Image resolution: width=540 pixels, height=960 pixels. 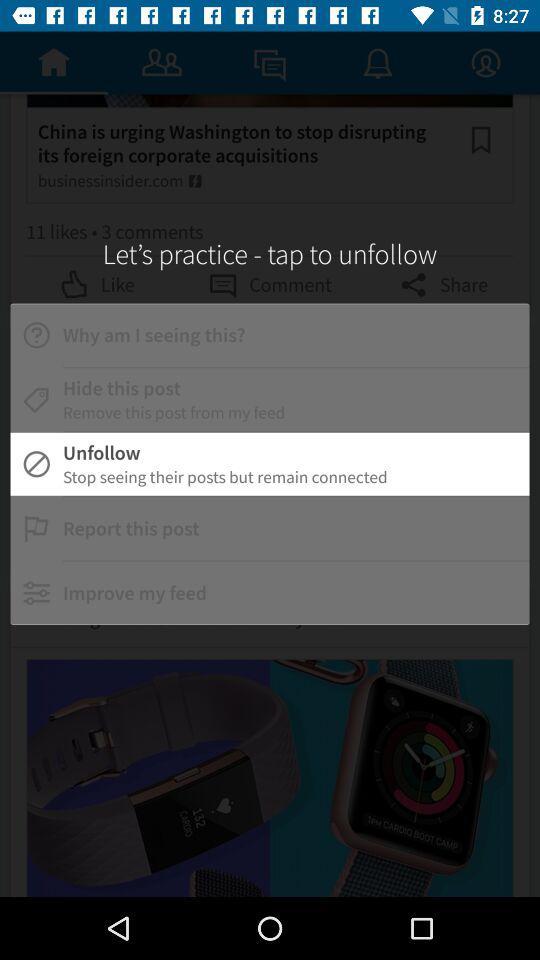 I want to click on the second image on bottom of the page, so click(x=270, y=777).